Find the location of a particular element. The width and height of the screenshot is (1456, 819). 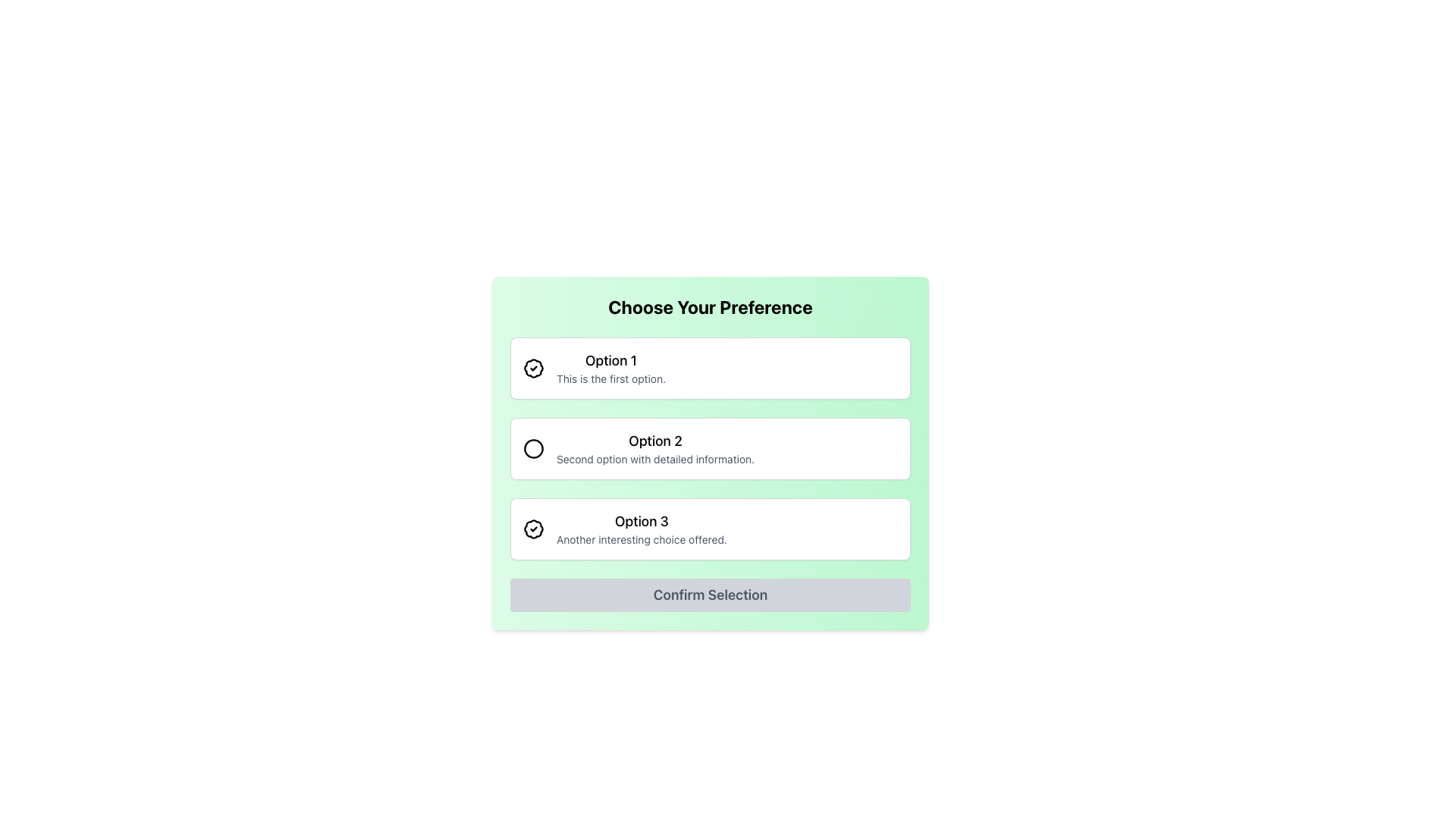

the list item labeled 'Option 2' which has a bold heading and an icon on the left side is located at coordinates (709, 447).